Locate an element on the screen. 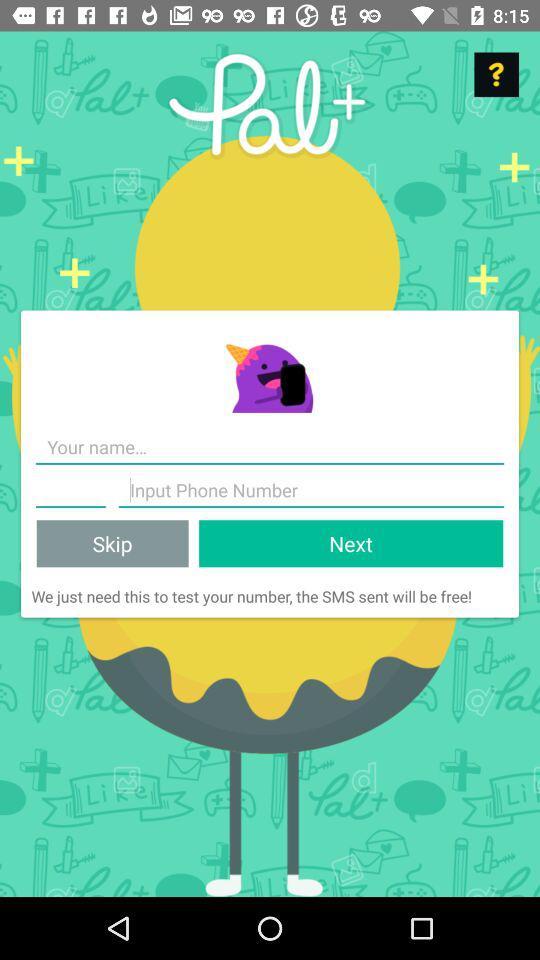 The width and height of the screenshot is (540, 960). name is located at coordinates (270, 447).